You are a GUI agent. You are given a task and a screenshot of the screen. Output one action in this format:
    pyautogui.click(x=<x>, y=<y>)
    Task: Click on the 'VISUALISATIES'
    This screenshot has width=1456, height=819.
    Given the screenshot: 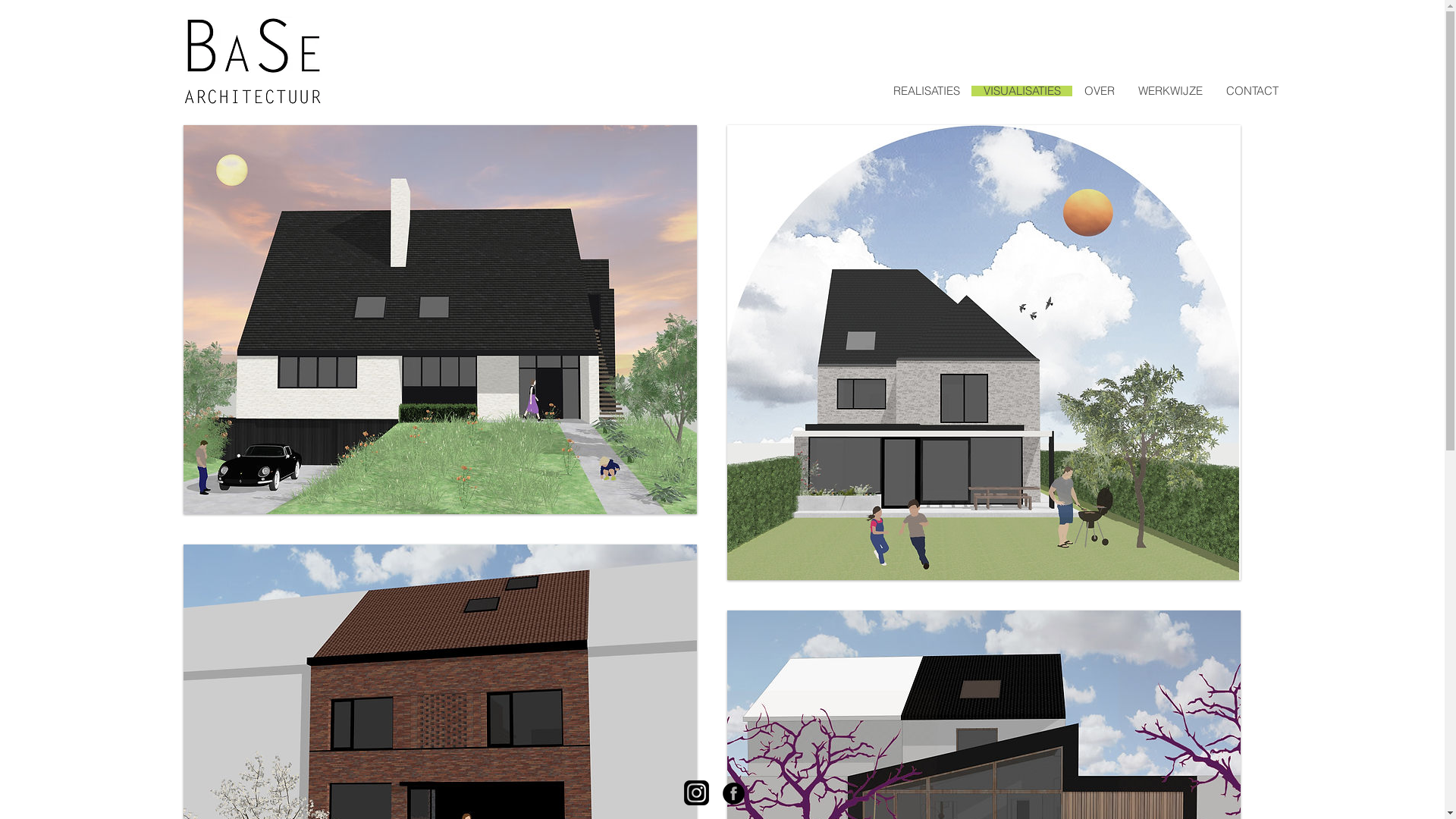 What is the action you would take?
    pyautogui.click(x=1021, y=90)
    